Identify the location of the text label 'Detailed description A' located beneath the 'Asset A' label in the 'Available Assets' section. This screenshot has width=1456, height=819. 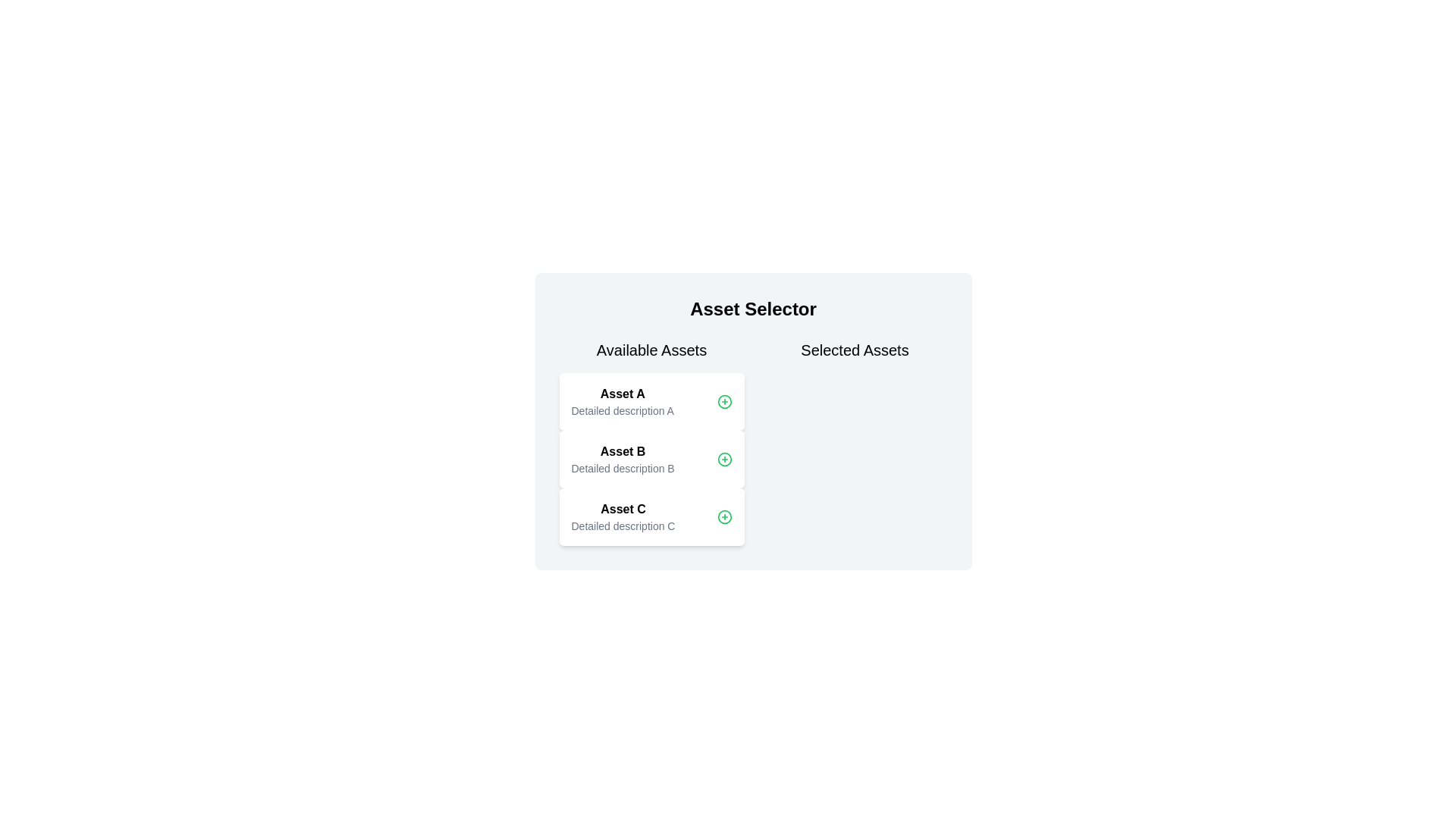
(623, 411).